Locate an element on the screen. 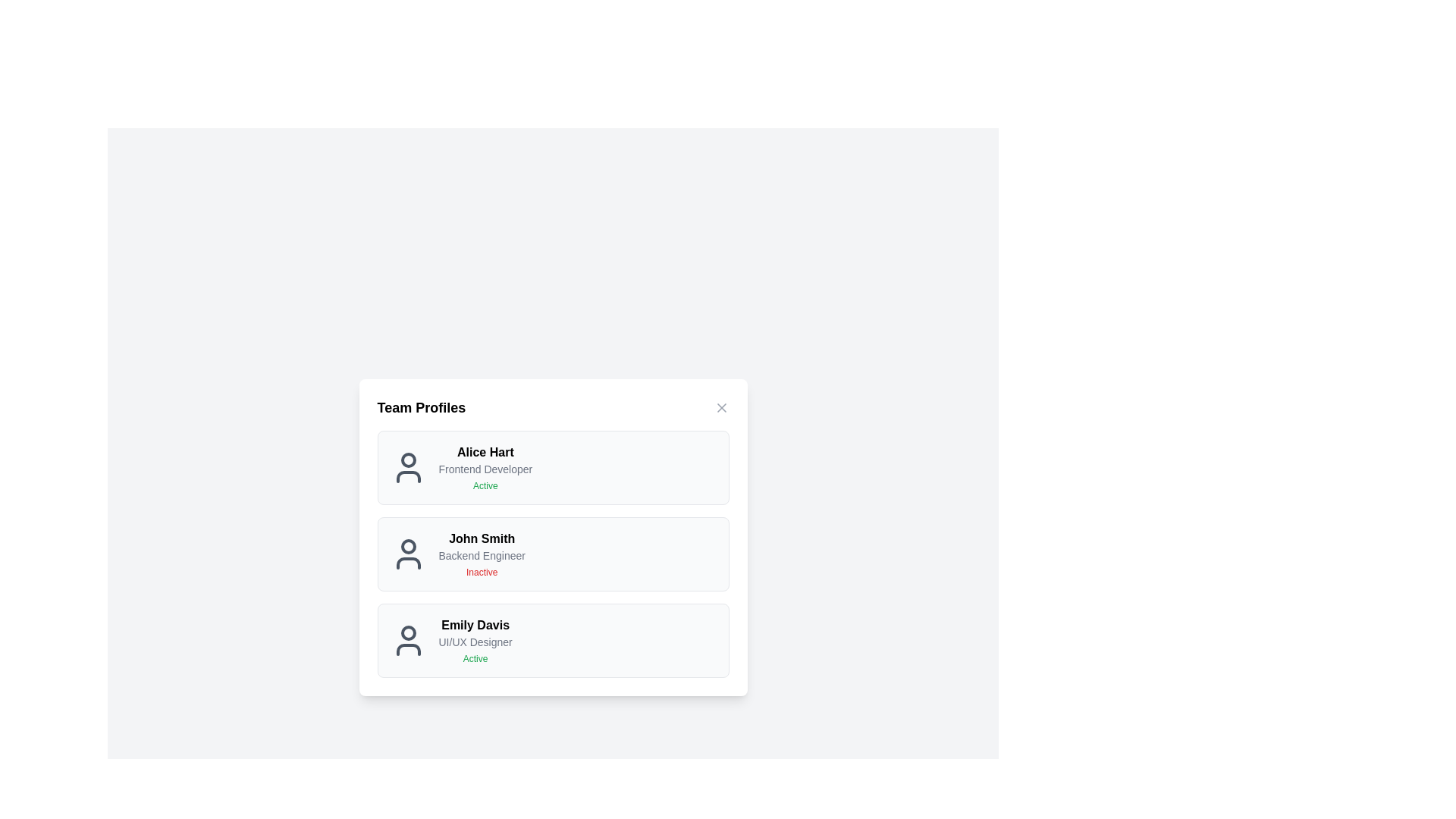 Image resolution: width=1456 pixels, height=819 pixels. the user profile card of Emily Davis is located at coordinates (552, 640).